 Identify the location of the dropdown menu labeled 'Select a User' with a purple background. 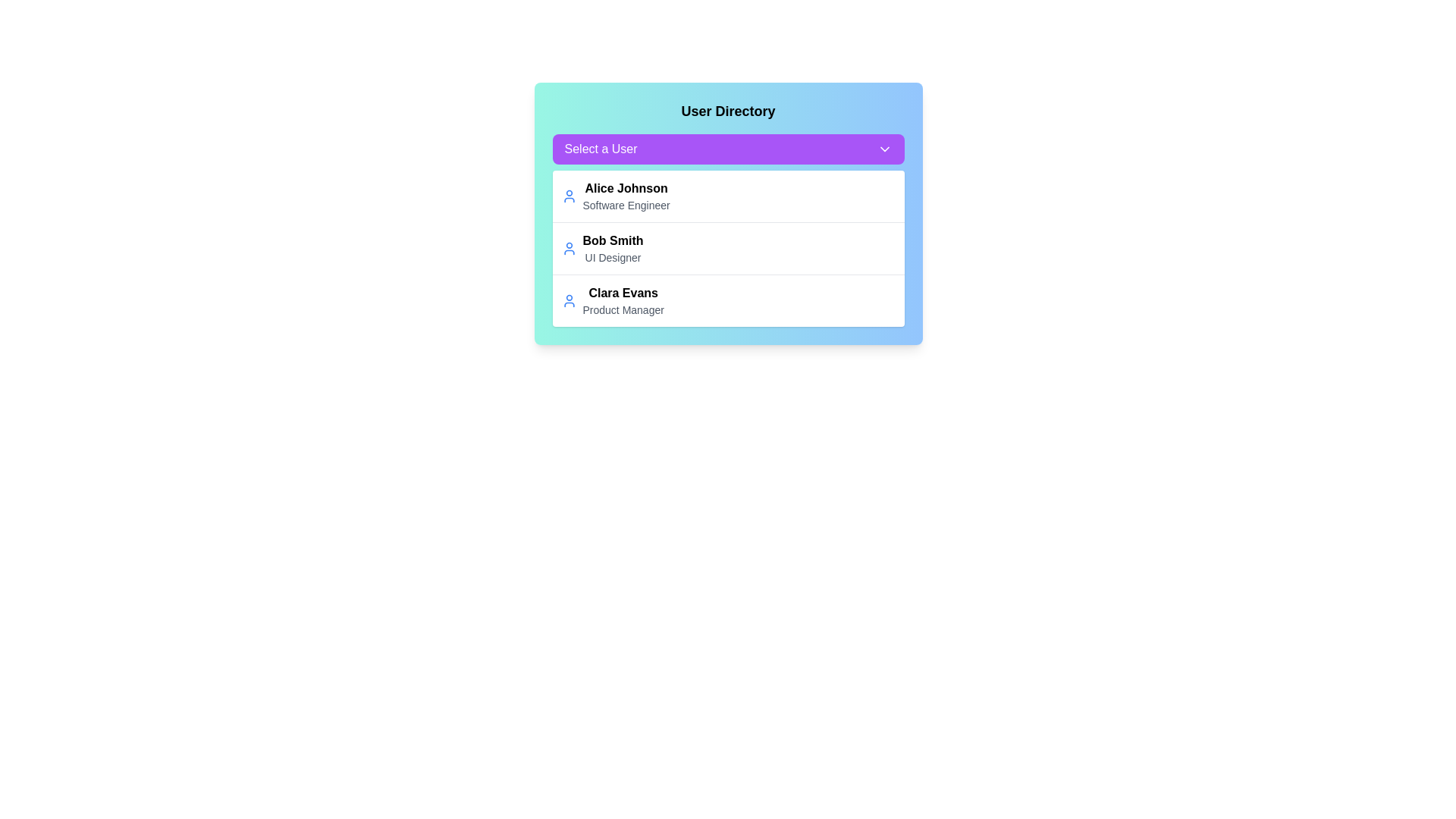
(728, 149).